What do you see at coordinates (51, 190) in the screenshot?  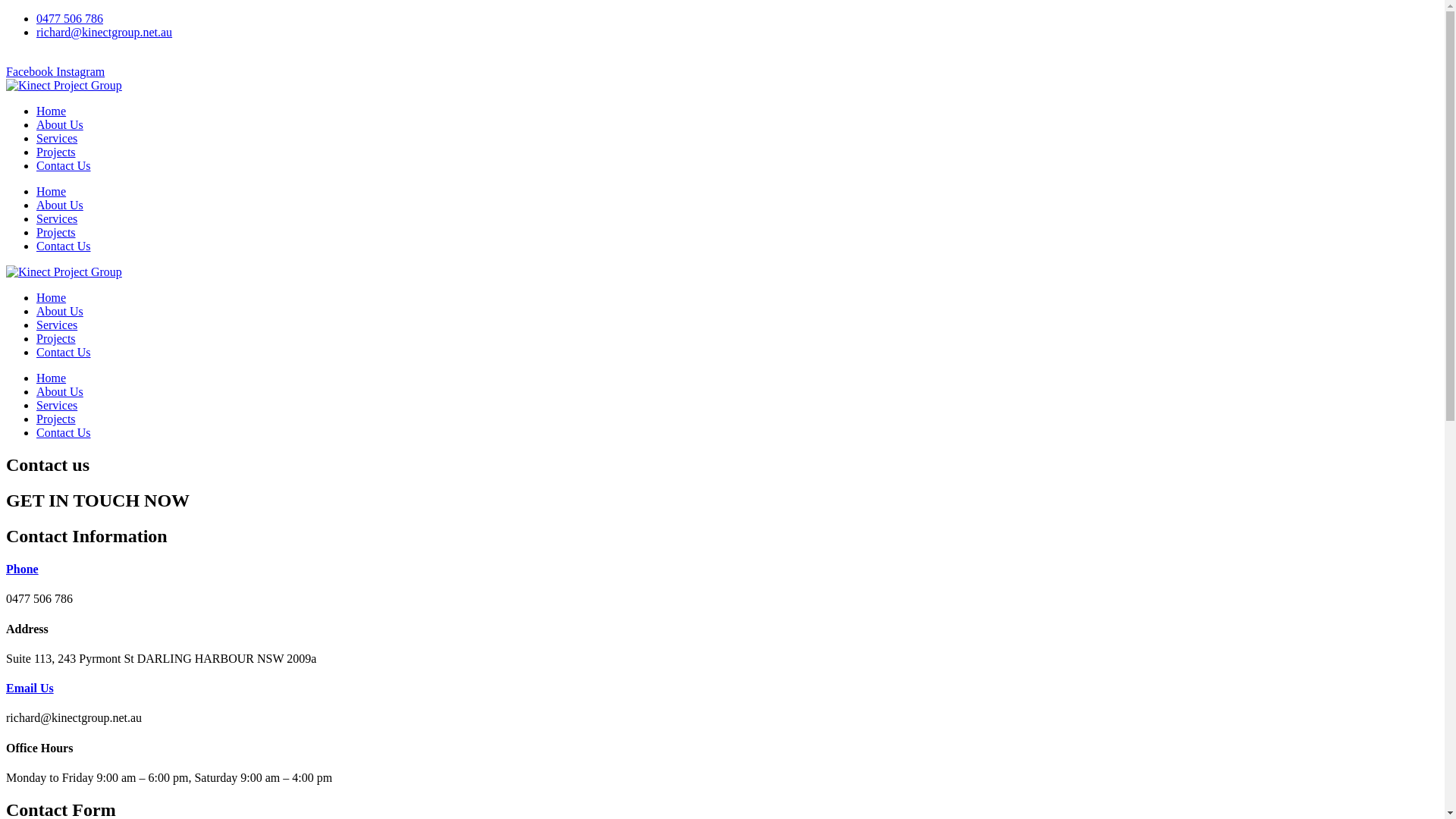 I see `'Home'` at bounding box center [51, 190].